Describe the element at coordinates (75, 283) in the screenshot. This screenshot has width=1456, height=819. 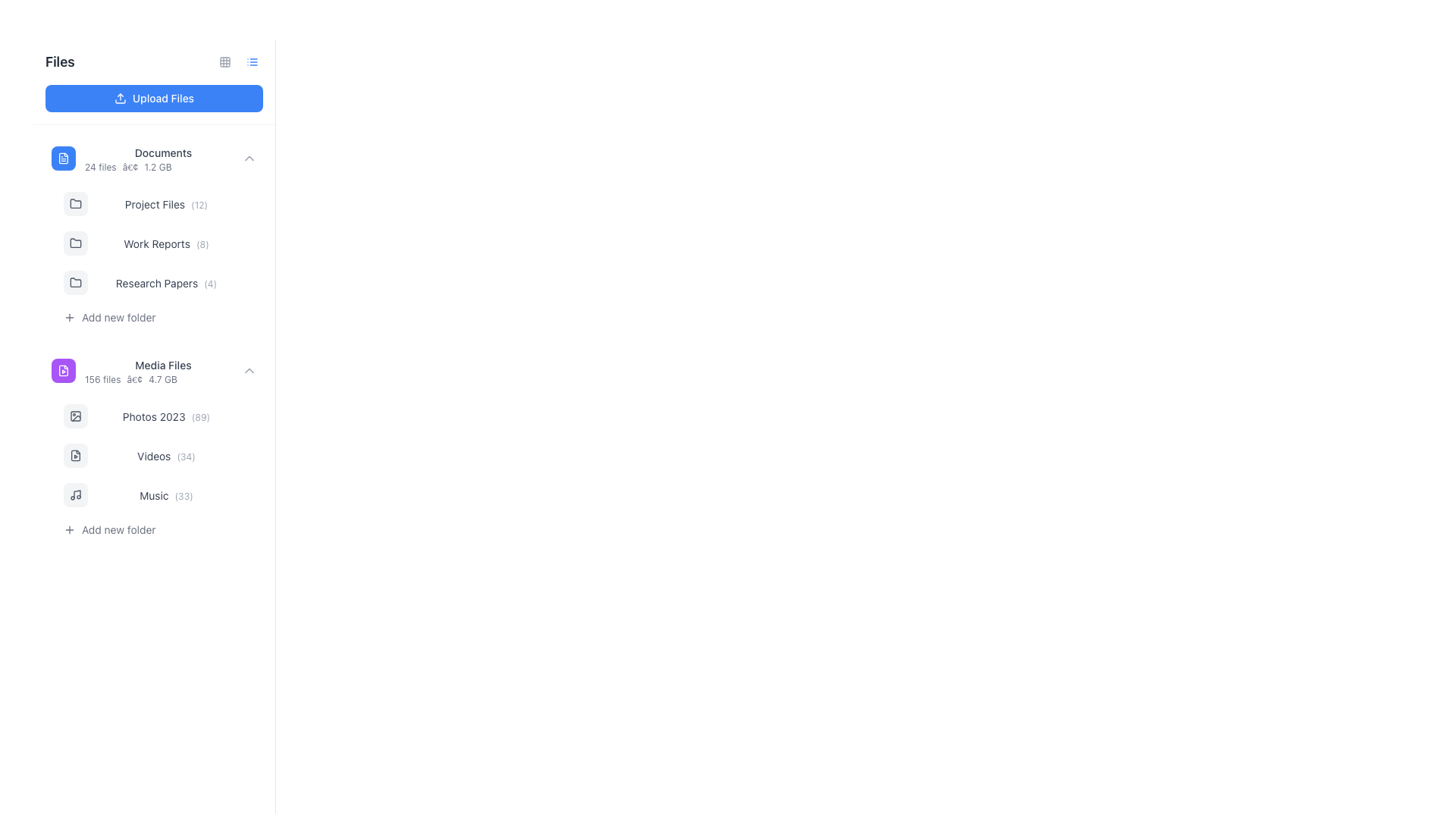
I see `the folder icon representing 'Research Papers' located in the left-side panel, which is the first element in the 'Research Papers (4)' row` at that location.